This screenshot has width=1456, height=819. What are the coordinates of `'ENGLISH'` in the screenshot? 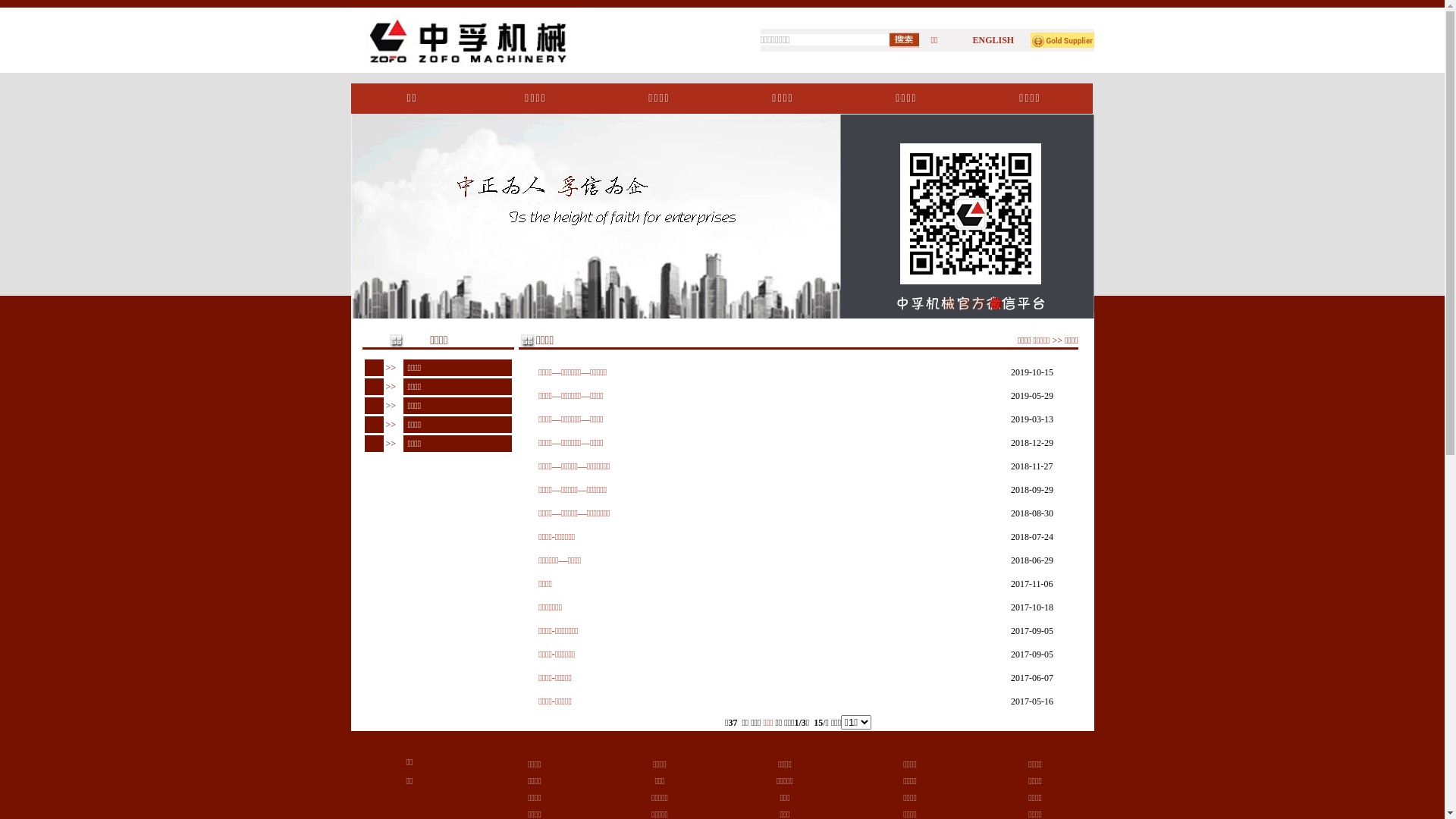 It's located at (993, 39).